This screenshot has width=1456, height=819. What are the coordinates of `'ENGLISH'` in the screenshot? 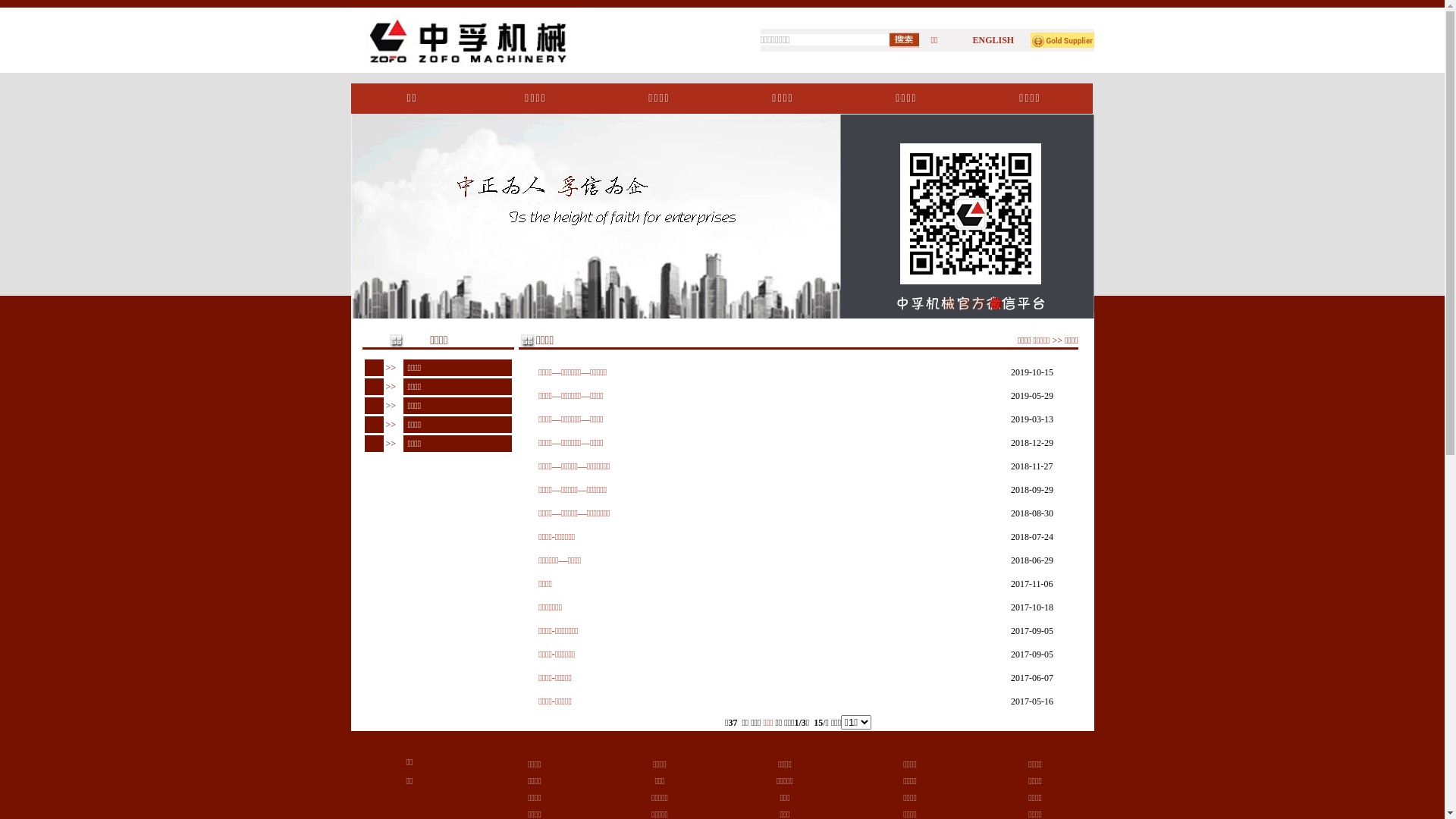 It's located at (993, 39).